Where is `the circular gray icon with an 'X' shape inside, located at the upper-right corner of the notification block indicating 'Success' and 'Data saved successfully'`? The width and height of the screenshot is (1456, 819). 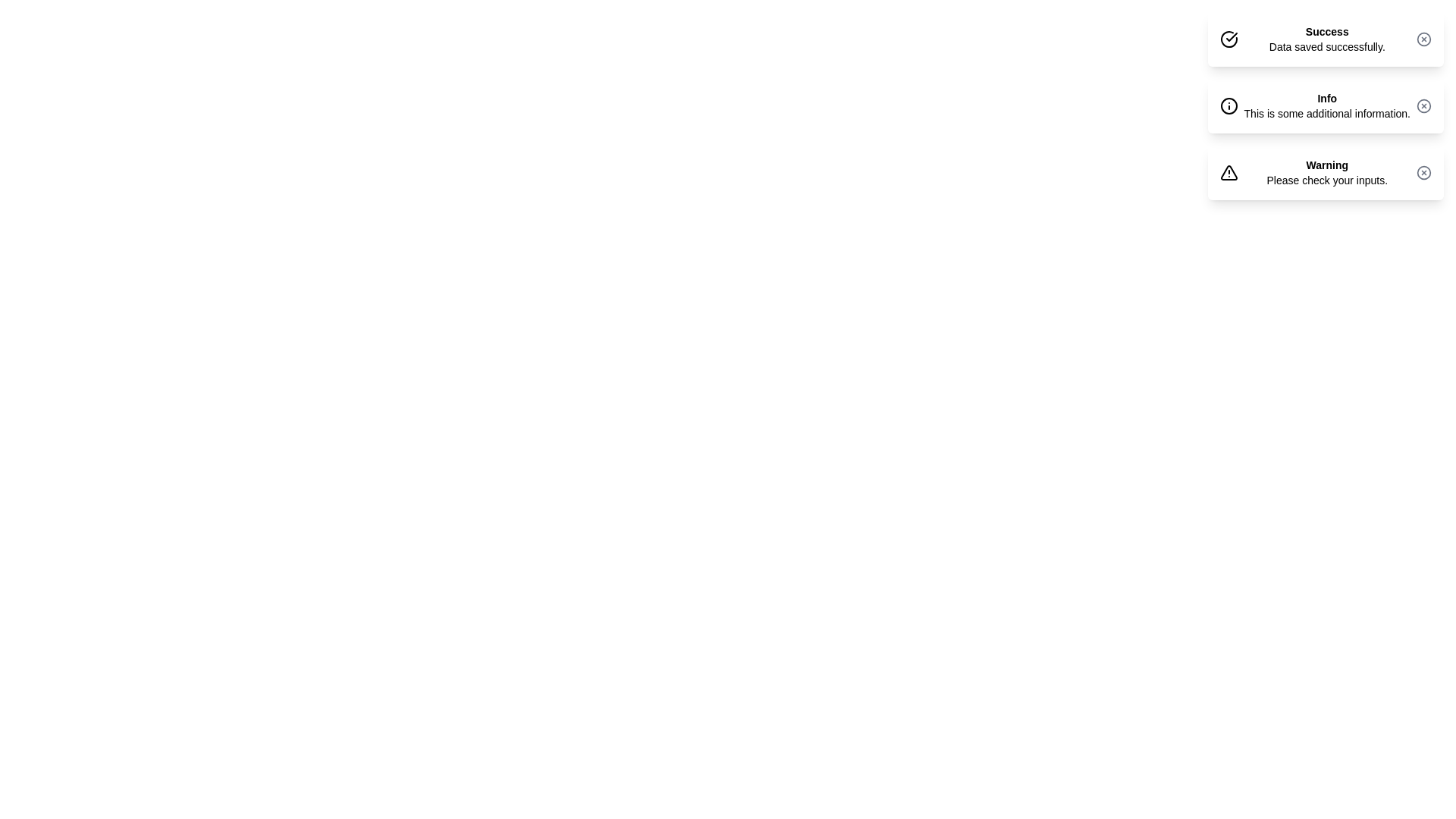 the circular gray icon with an 'X' shape inside, located at the upper-right corner of the notification block indicating 'Success' and 'Data saved successfully' is located at coordinates (1423, 38).